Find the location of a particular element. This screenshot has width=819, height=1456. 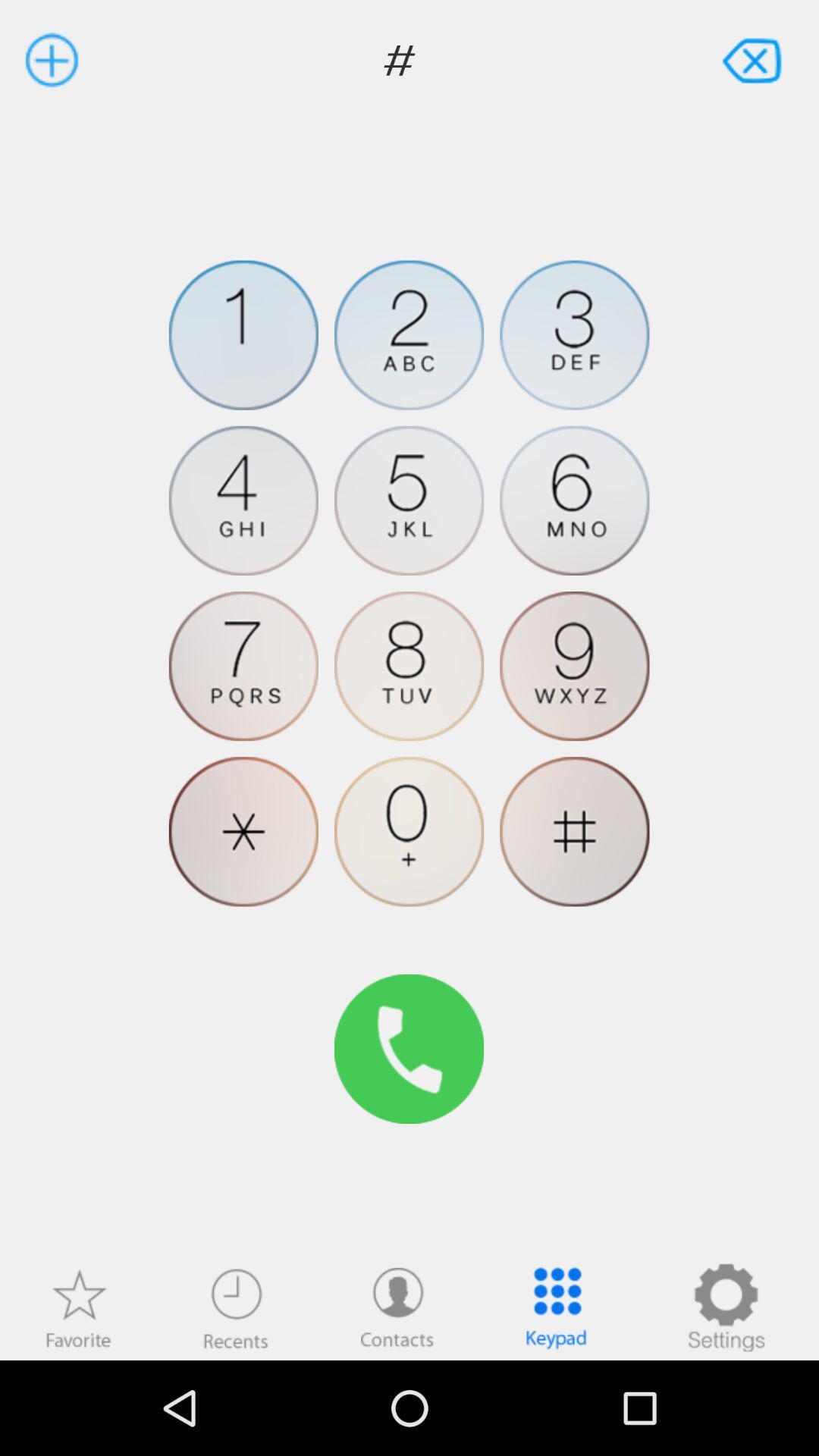

dial the number one is located at coordinates (243, 334).